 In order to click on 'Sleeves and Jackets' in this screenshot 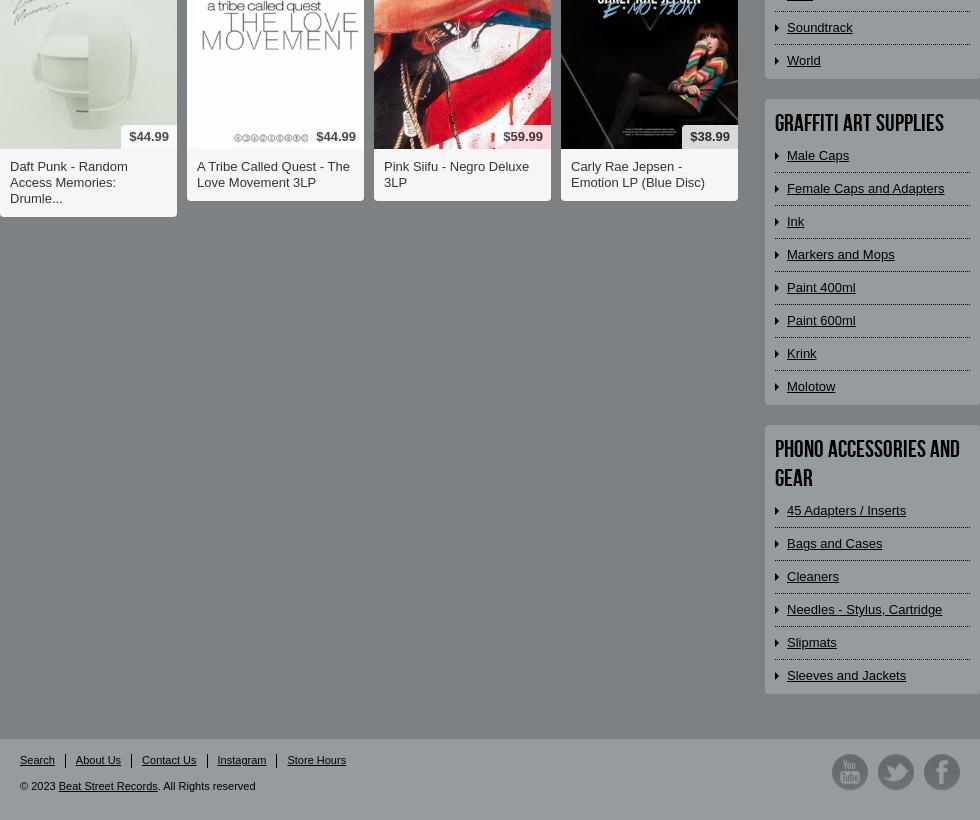, I will do `click(846, 675)`.